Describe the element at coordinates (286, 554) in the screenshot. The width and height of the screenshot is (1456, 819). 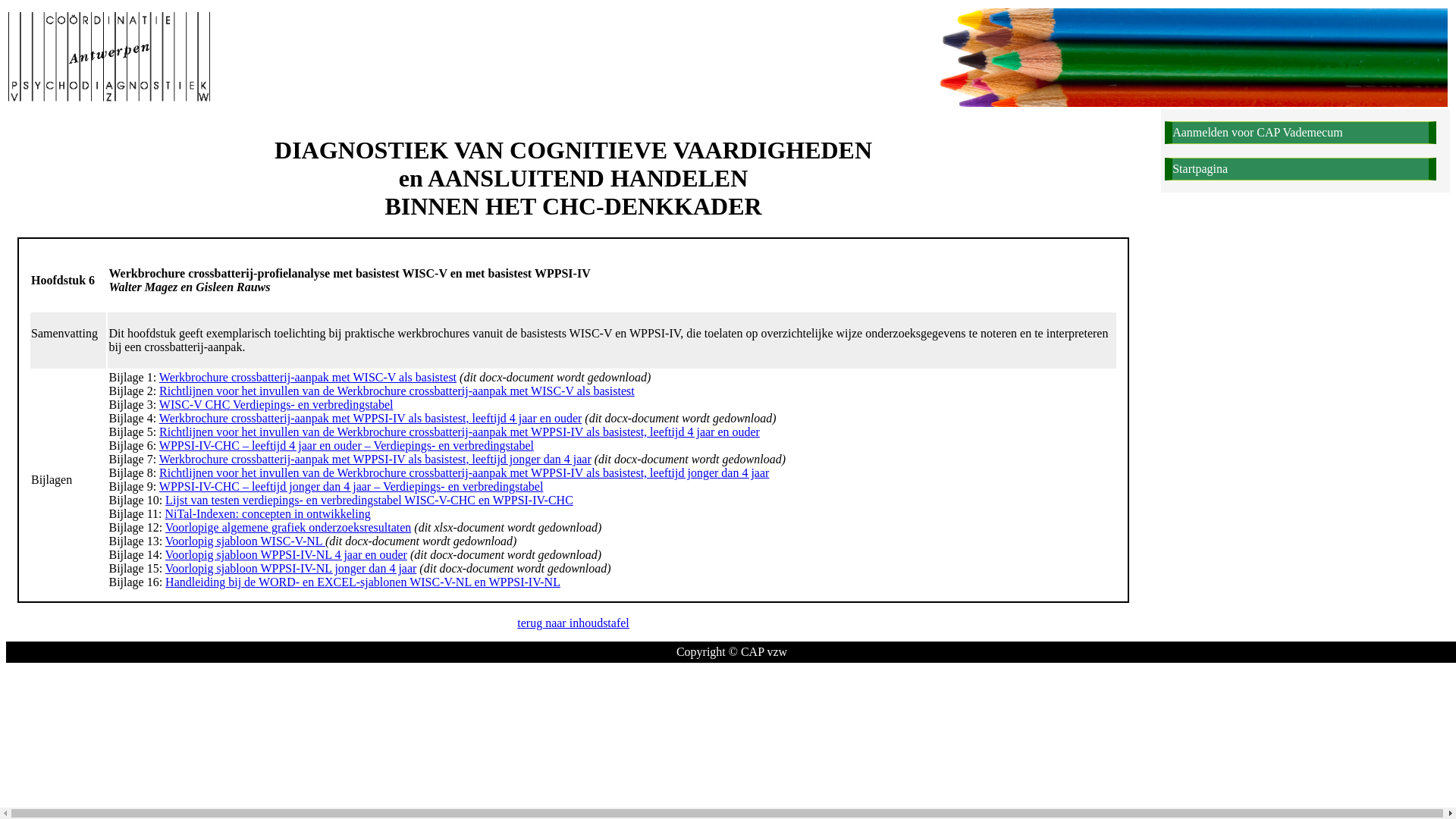
I see `'Voorlopig sjabloon WPPSI-IV-NL 4 jaar en ouder'` at that location.